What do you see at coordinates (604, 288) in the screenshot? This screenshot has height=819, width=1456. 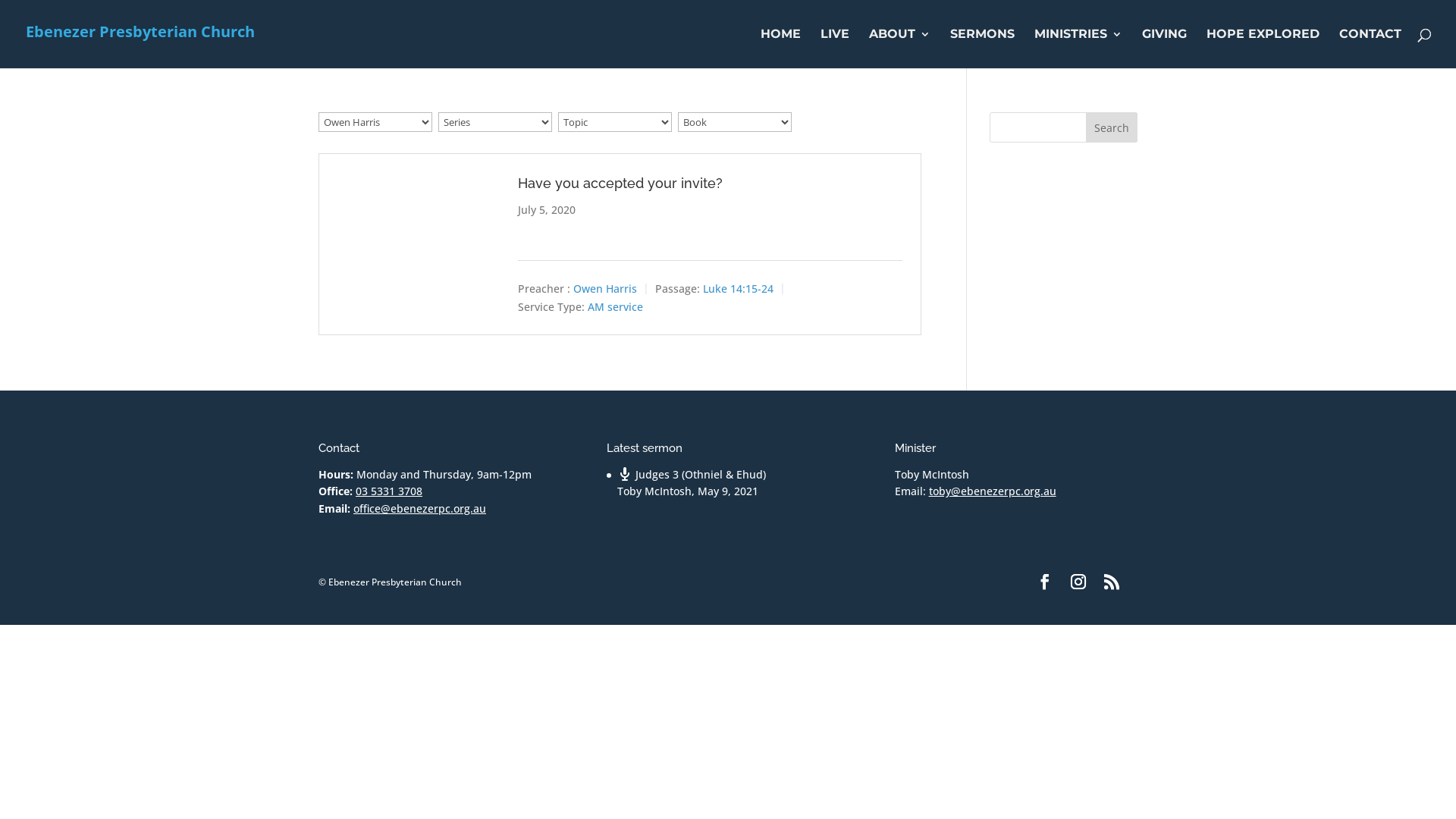 I see `'Owen Harris'` at bounding box center [604, 288].